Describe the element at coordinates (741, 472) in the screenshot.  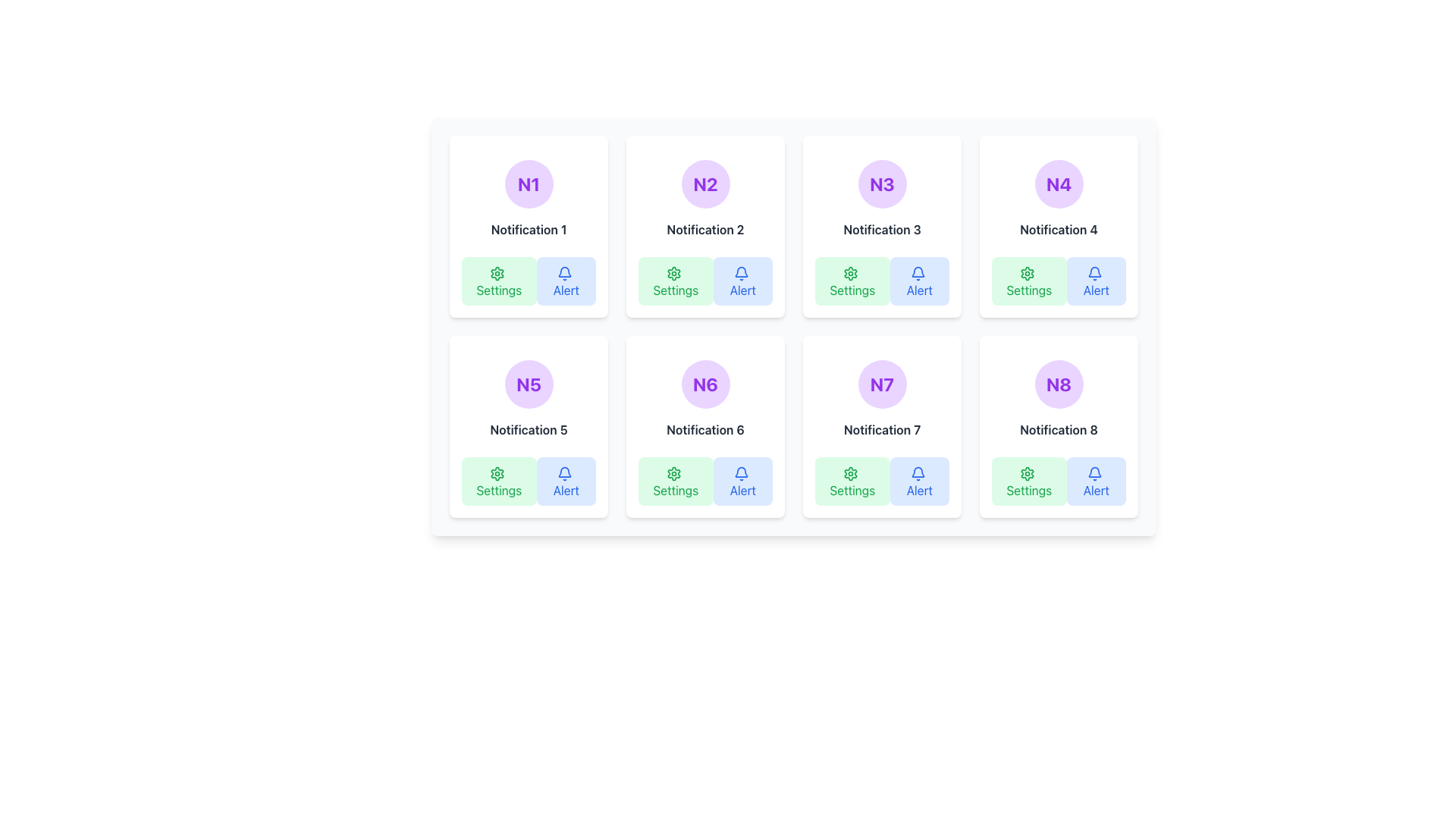
I see `the Notification icon located at the bottom-right of the 'Alert' button within the 'Notification 6' card` at that location.